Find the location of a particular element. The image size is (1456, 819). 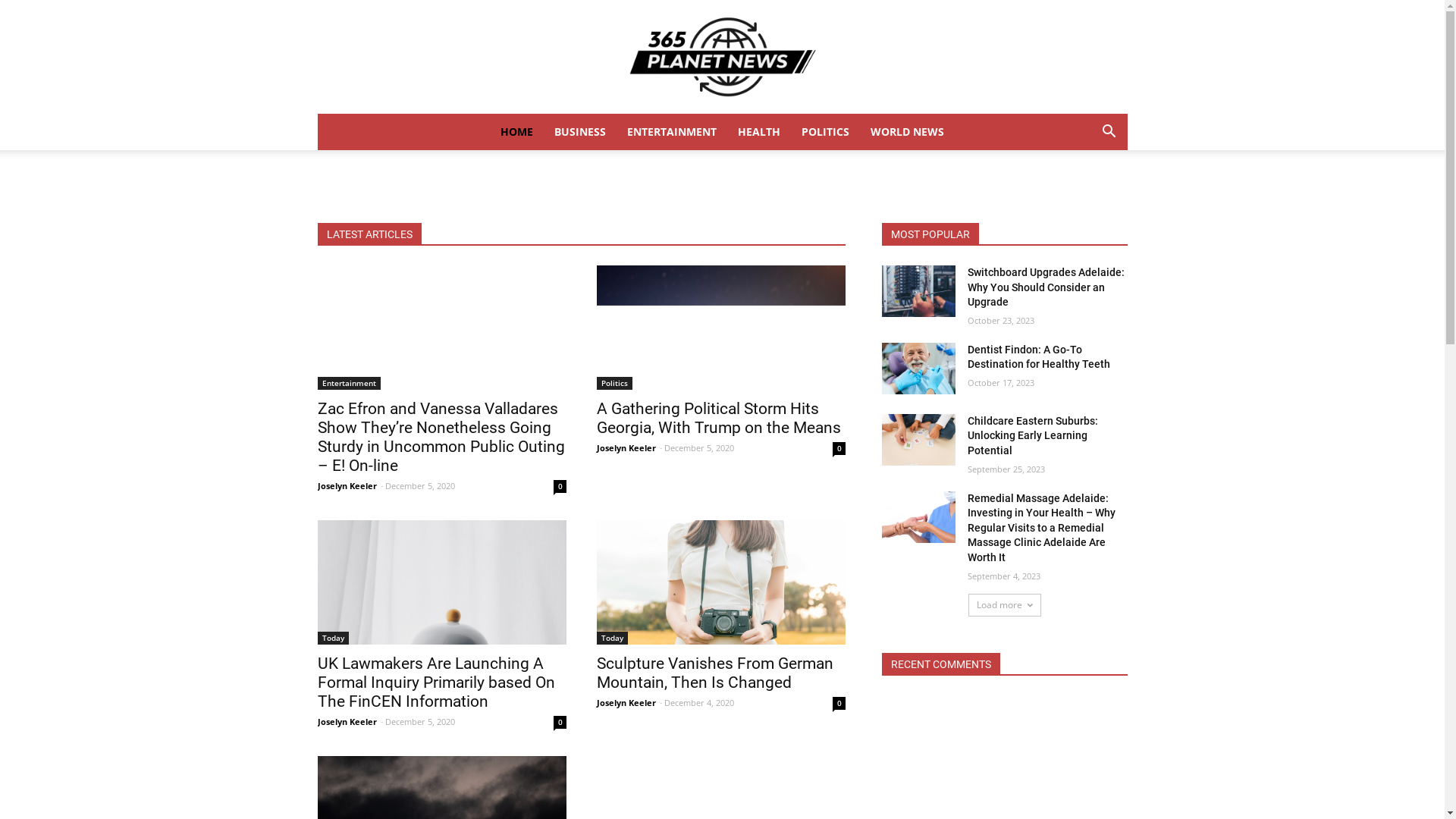

'Search' is located at coordinates (1084, 192).